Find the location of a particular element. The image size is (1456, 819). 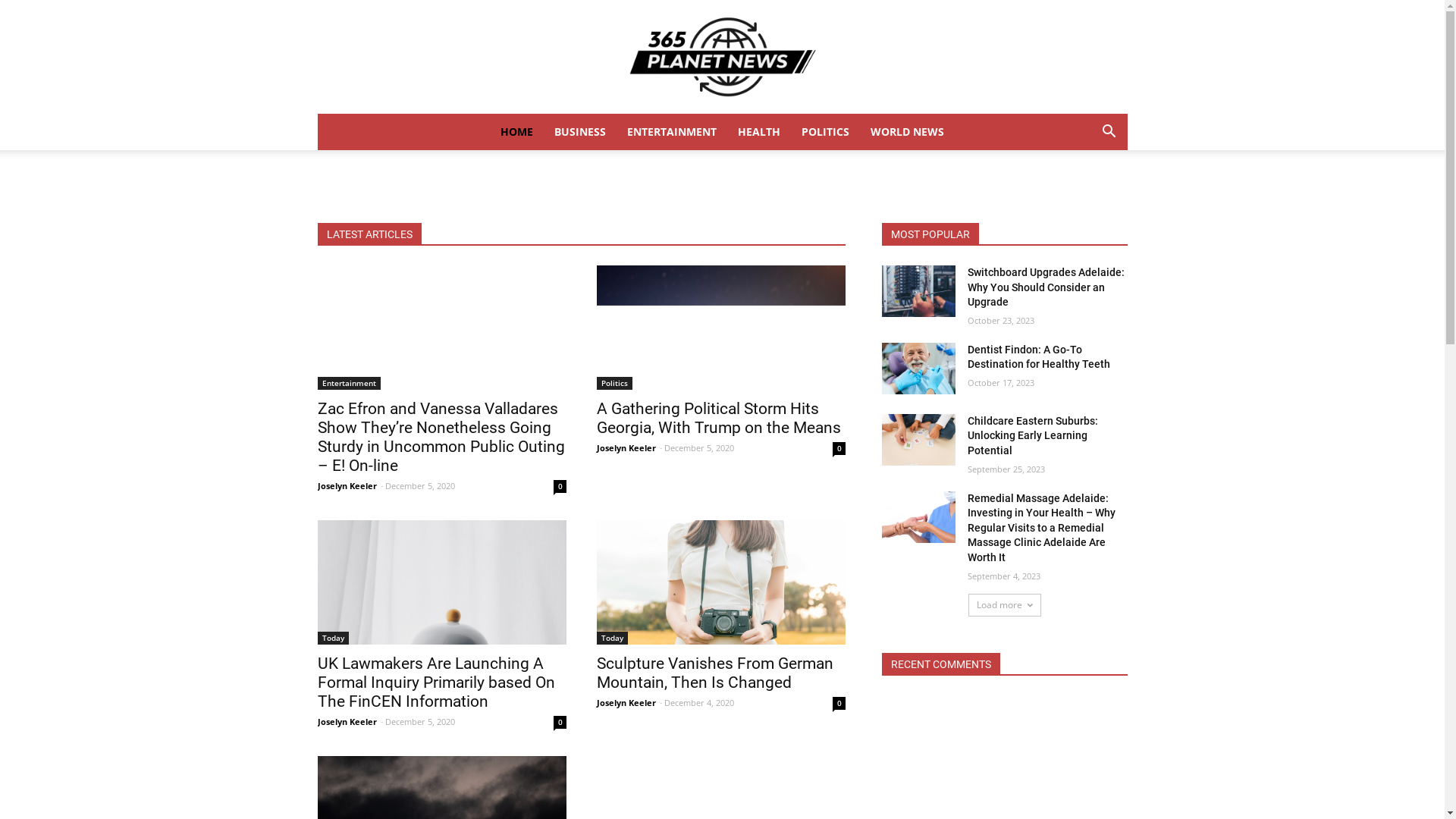

'Search' is located at coordinates (1084, 192).